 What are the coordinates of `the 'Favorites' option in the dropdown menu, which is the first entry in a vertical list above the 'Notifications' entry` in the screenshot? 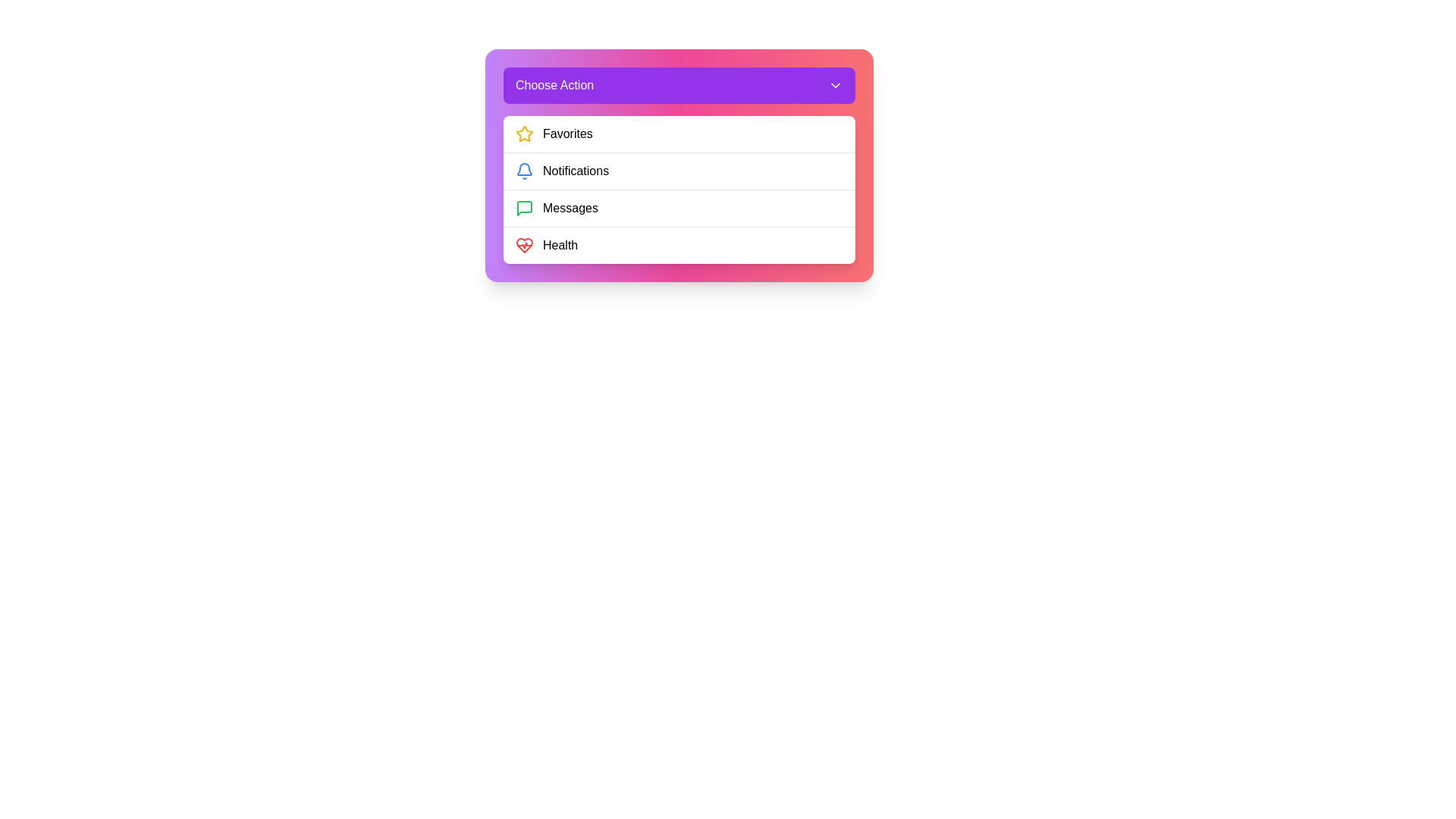 It's located at (679, 133).